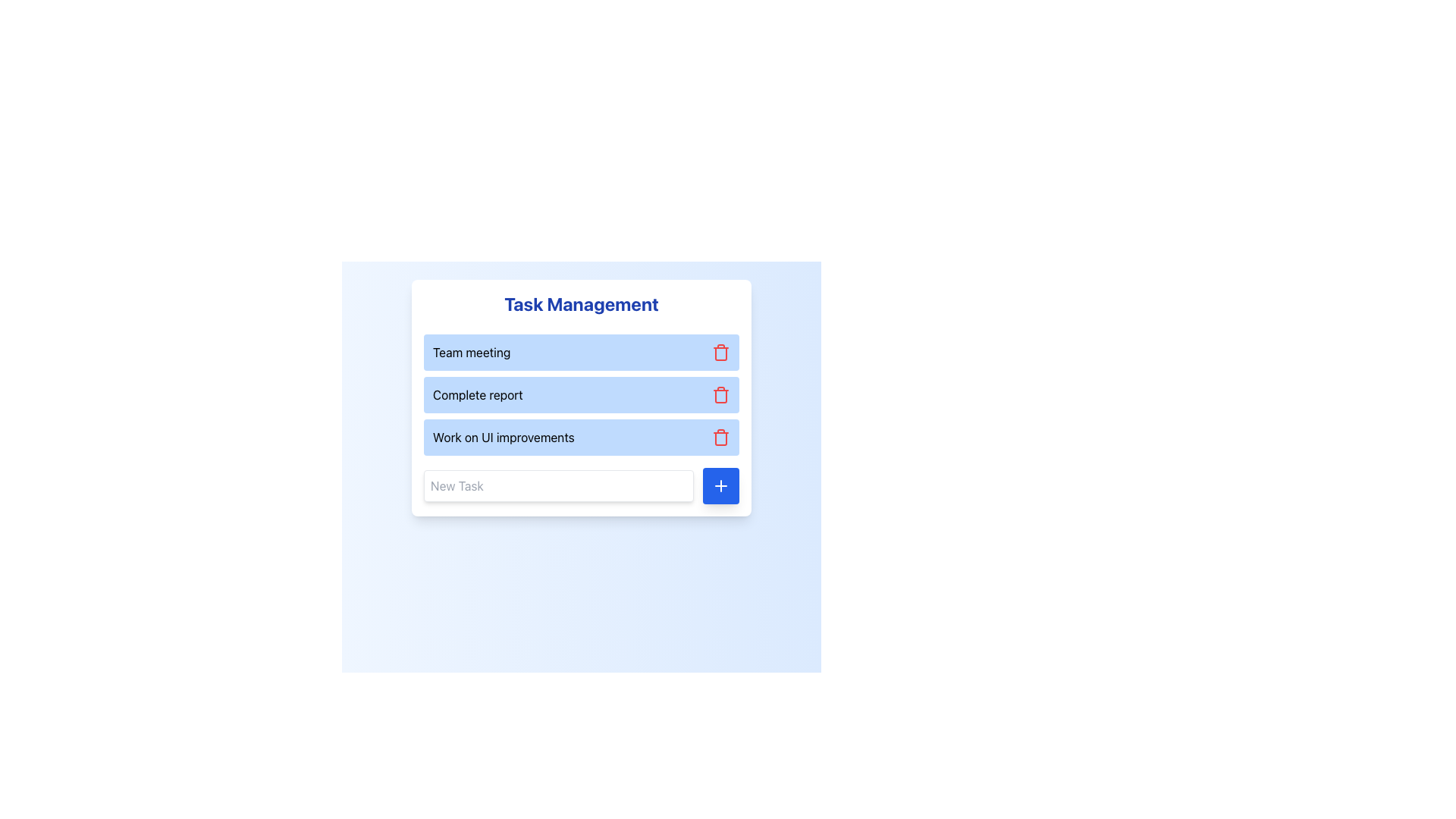  Describe the element at coordinates (471, 353) in the screenshot. I see `the text label displaying 'Team meeting', which is bold and has a dark text color on a light blue background` at that location.